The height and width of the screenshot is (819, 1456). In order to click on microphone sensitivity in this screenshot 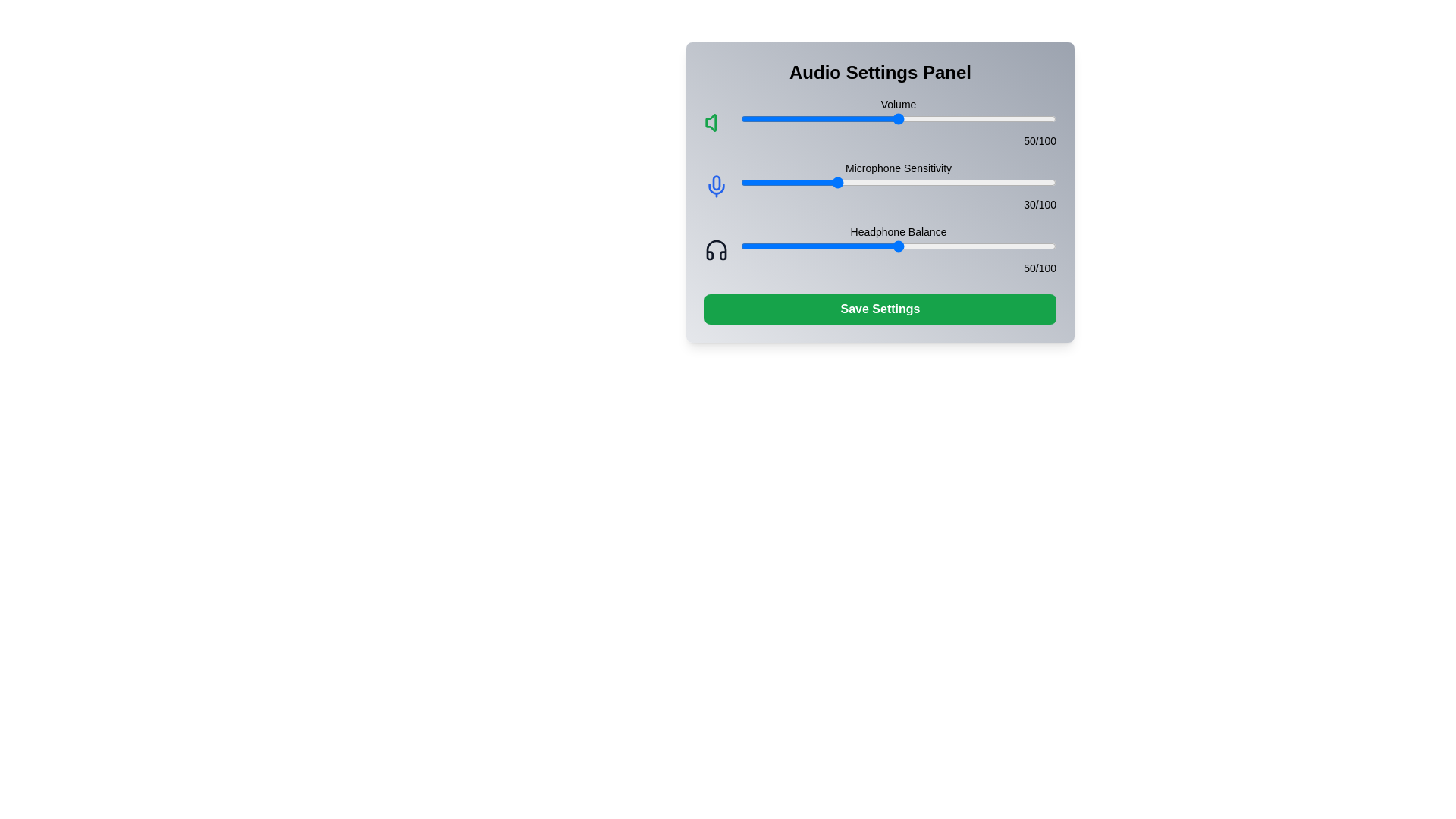, I will do `click(971, 181)`.